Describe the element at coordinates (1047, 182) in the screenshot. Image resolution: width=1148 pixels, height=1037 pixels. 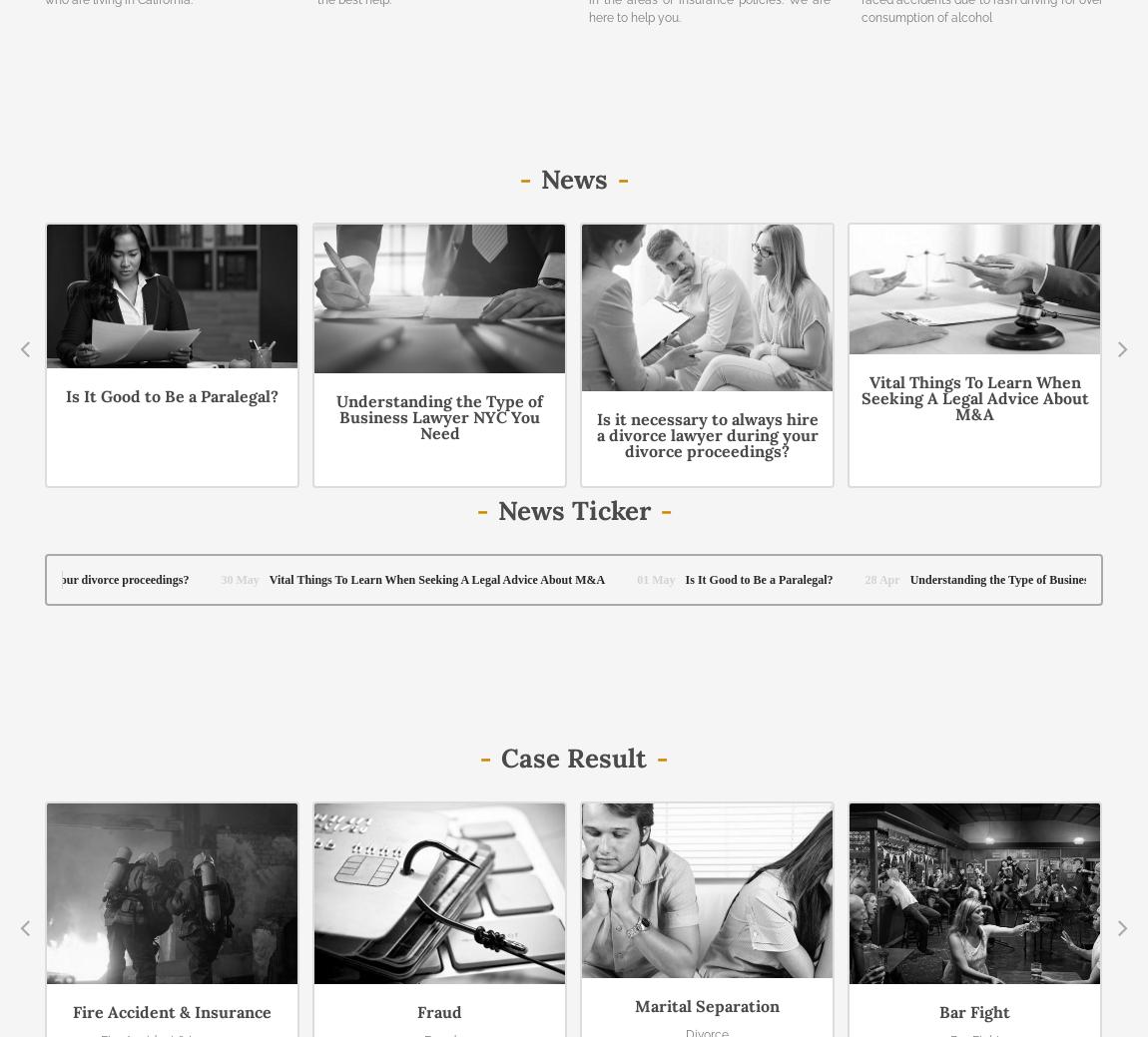
I see `'01 May'` at that location.